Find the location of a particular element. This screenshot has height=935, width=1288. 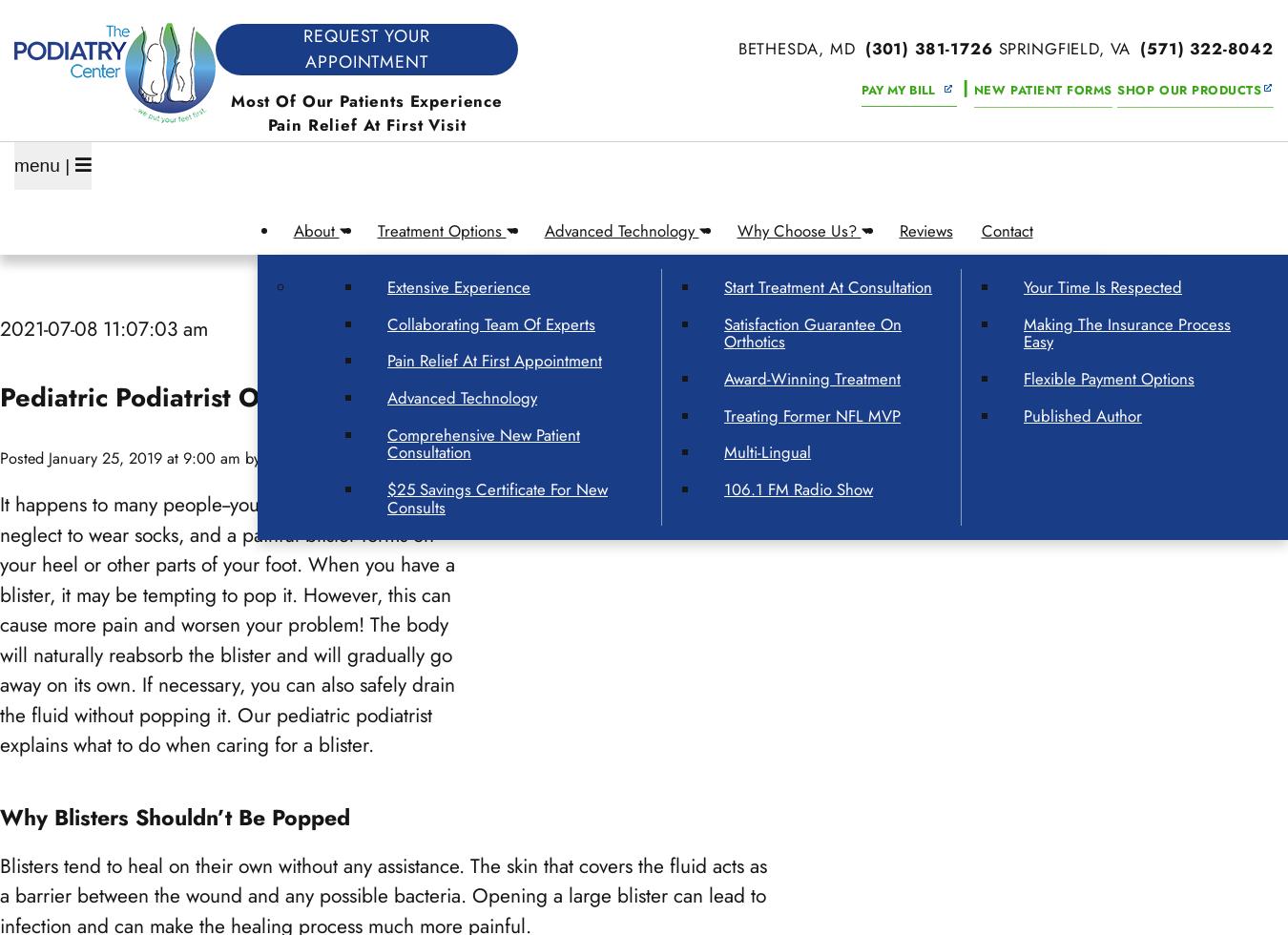

'Alexandria, VA' is located at coordinates (322, 660).